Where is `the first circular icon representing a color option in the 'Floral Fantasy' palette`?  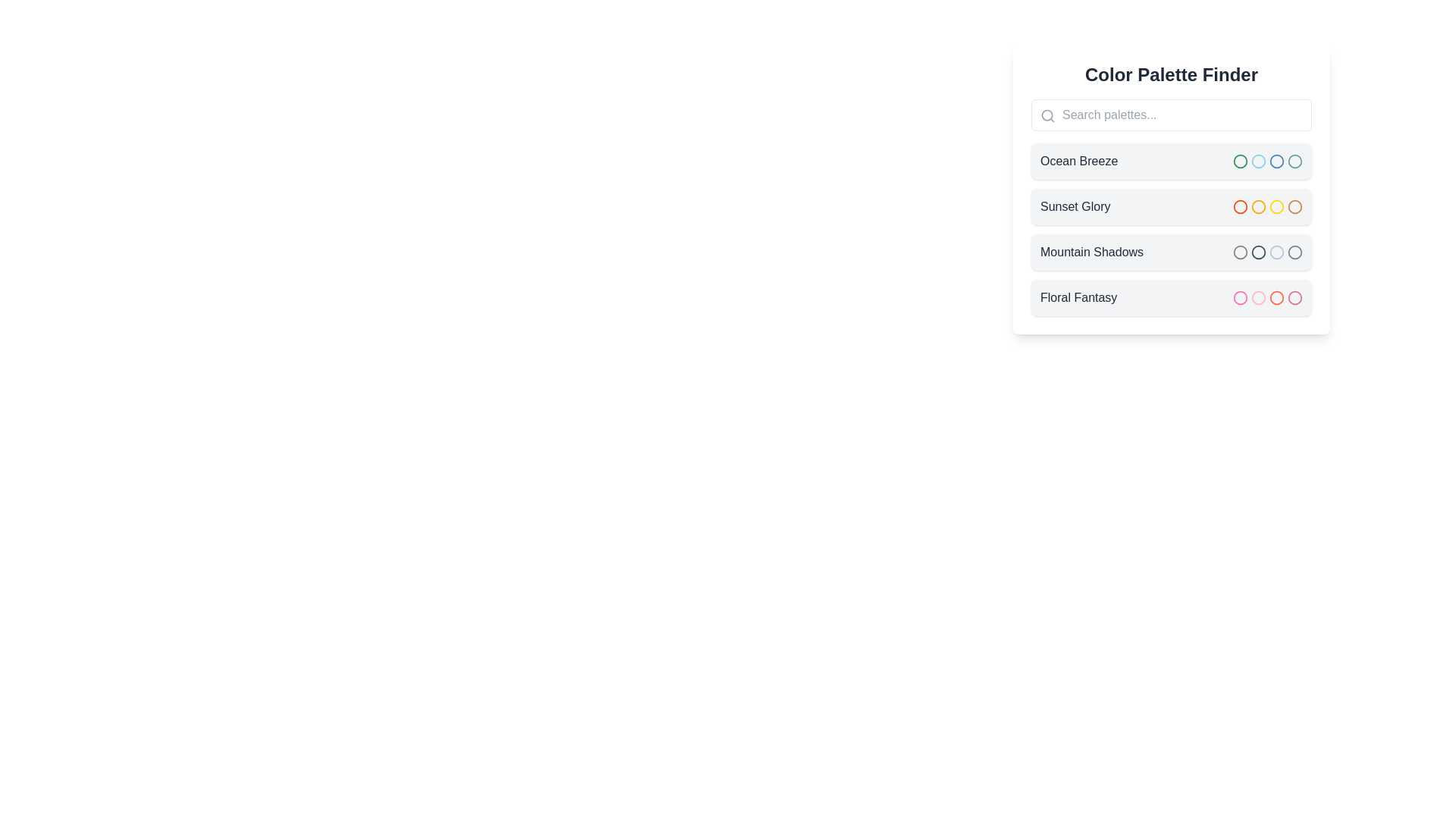
the first circular icon representing a color option in the 'Floral Fantasy' palette is located at coordinates (1241, 298).